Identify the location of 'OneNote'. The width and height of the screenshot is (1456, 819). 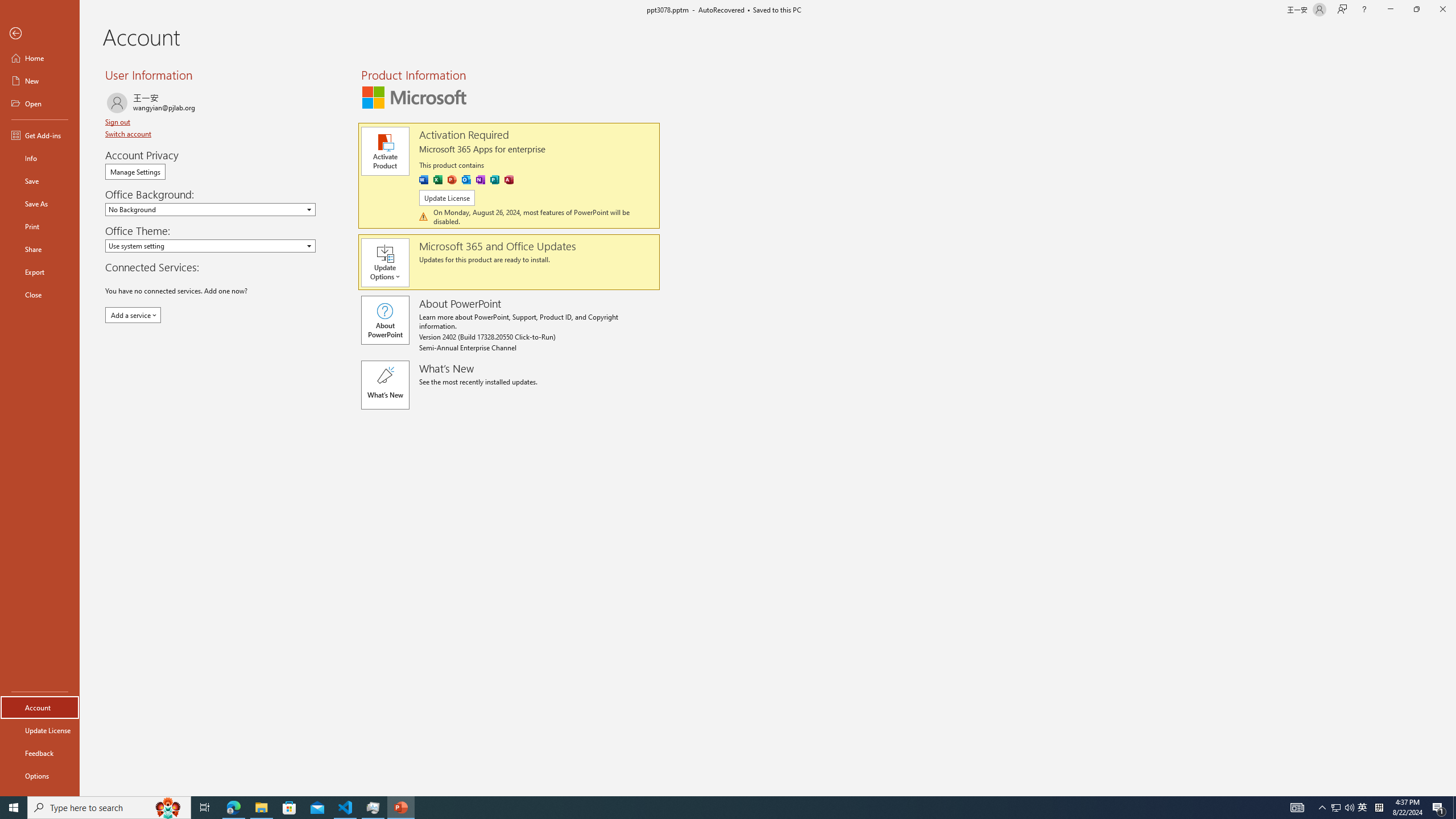
(479, 179).